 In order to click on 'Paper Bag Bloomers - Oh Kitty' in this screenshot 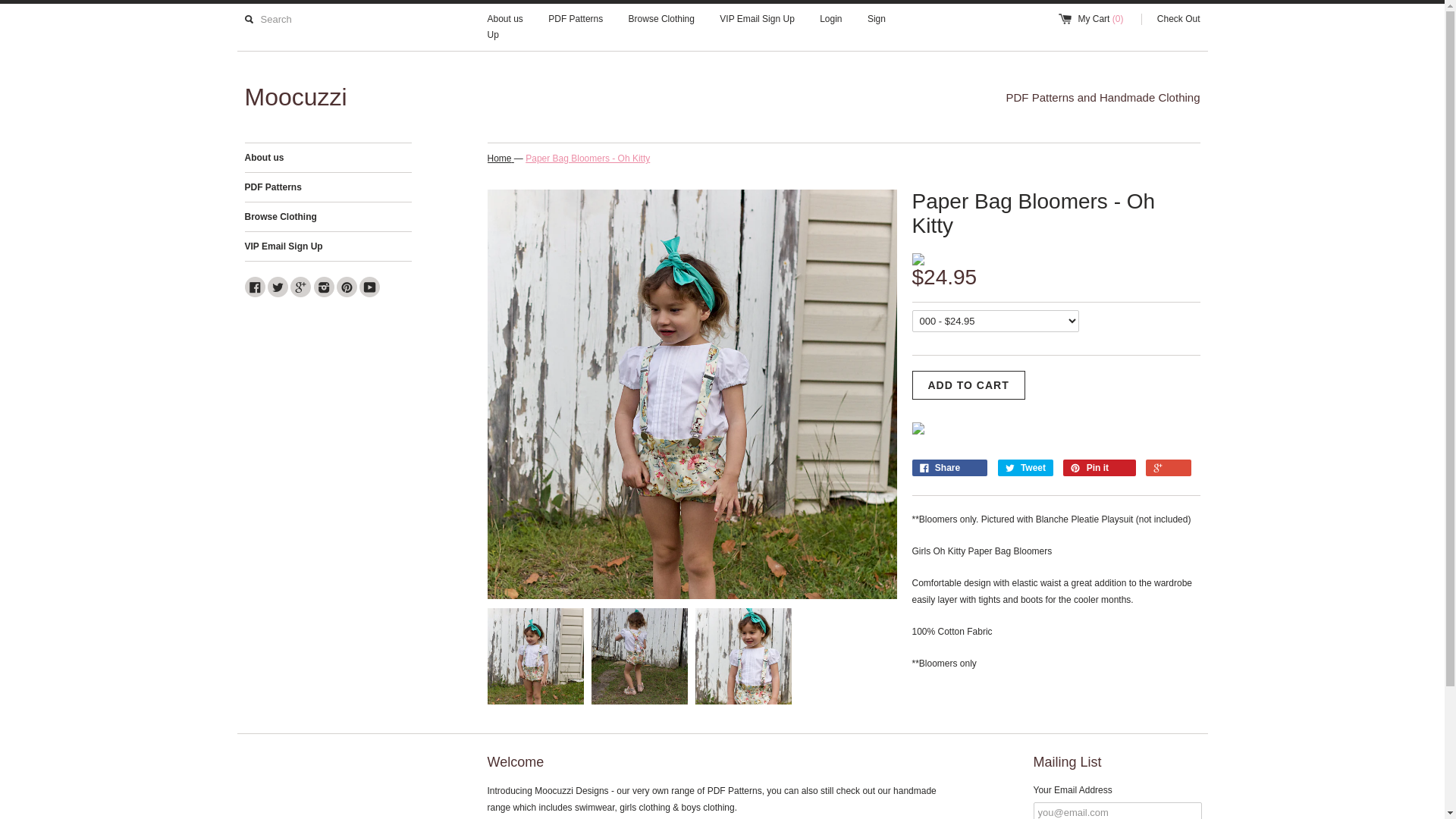, I will do `click(586, 158)`.